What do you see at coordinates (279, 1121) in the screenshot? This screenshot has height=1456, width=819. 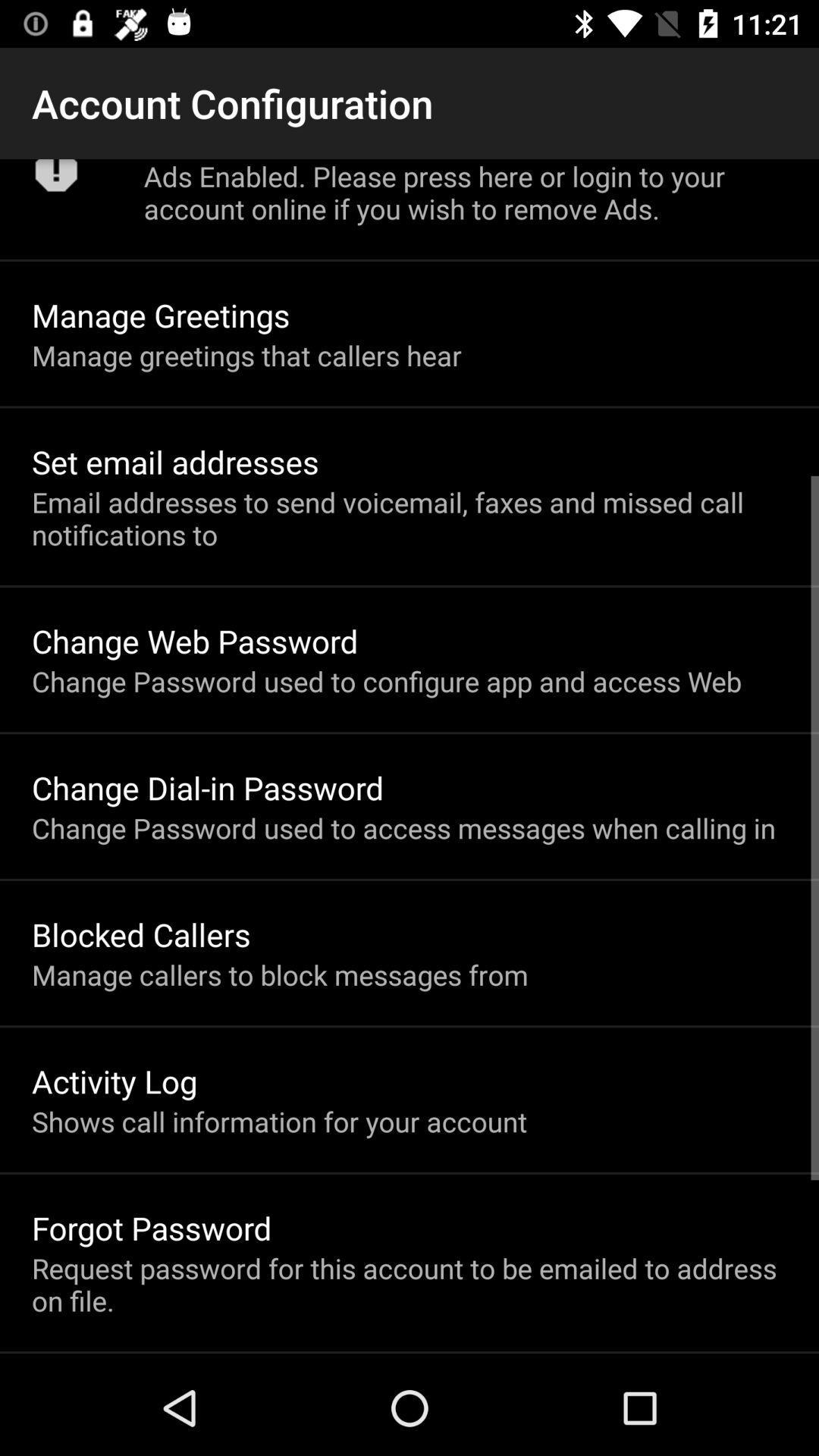 I see `the item below activity log icon` at bounding box center [279, 1121].